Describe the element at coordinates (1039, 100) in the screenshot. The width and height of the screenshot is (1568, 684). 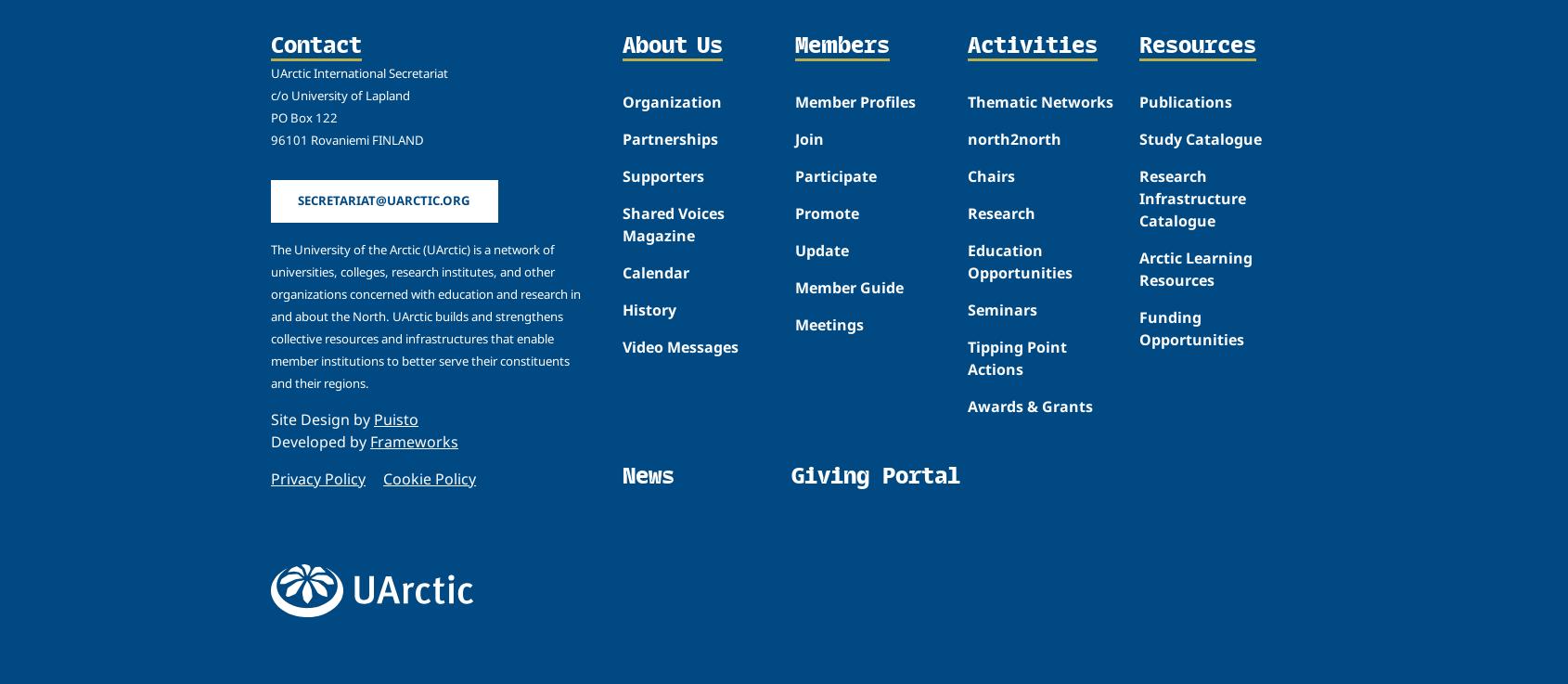
I see `'Thematic Networks'` at that location.